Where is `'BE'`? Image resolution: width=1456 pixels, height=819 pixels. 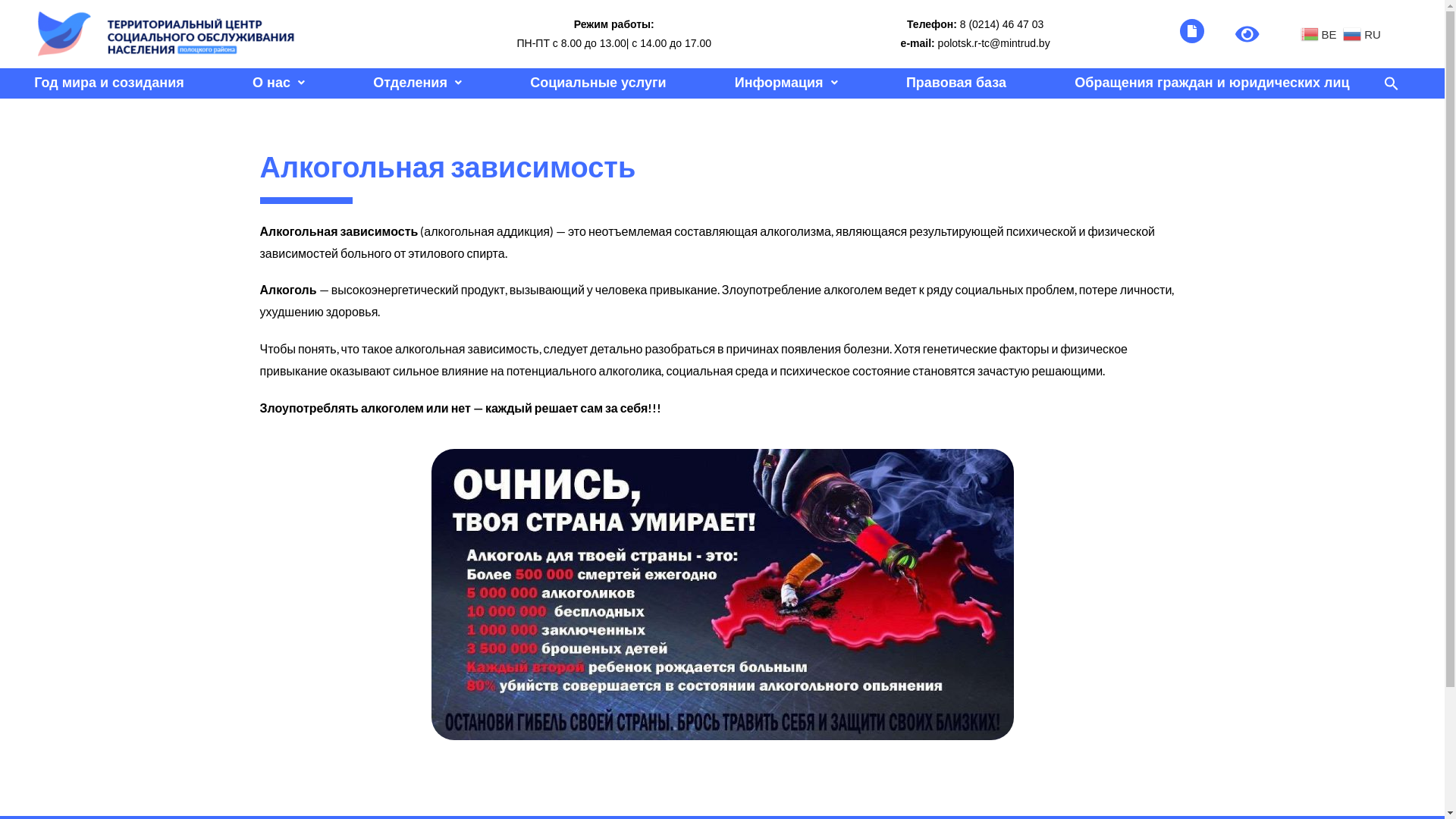
'BE' is located at coordinates (1319, 33).